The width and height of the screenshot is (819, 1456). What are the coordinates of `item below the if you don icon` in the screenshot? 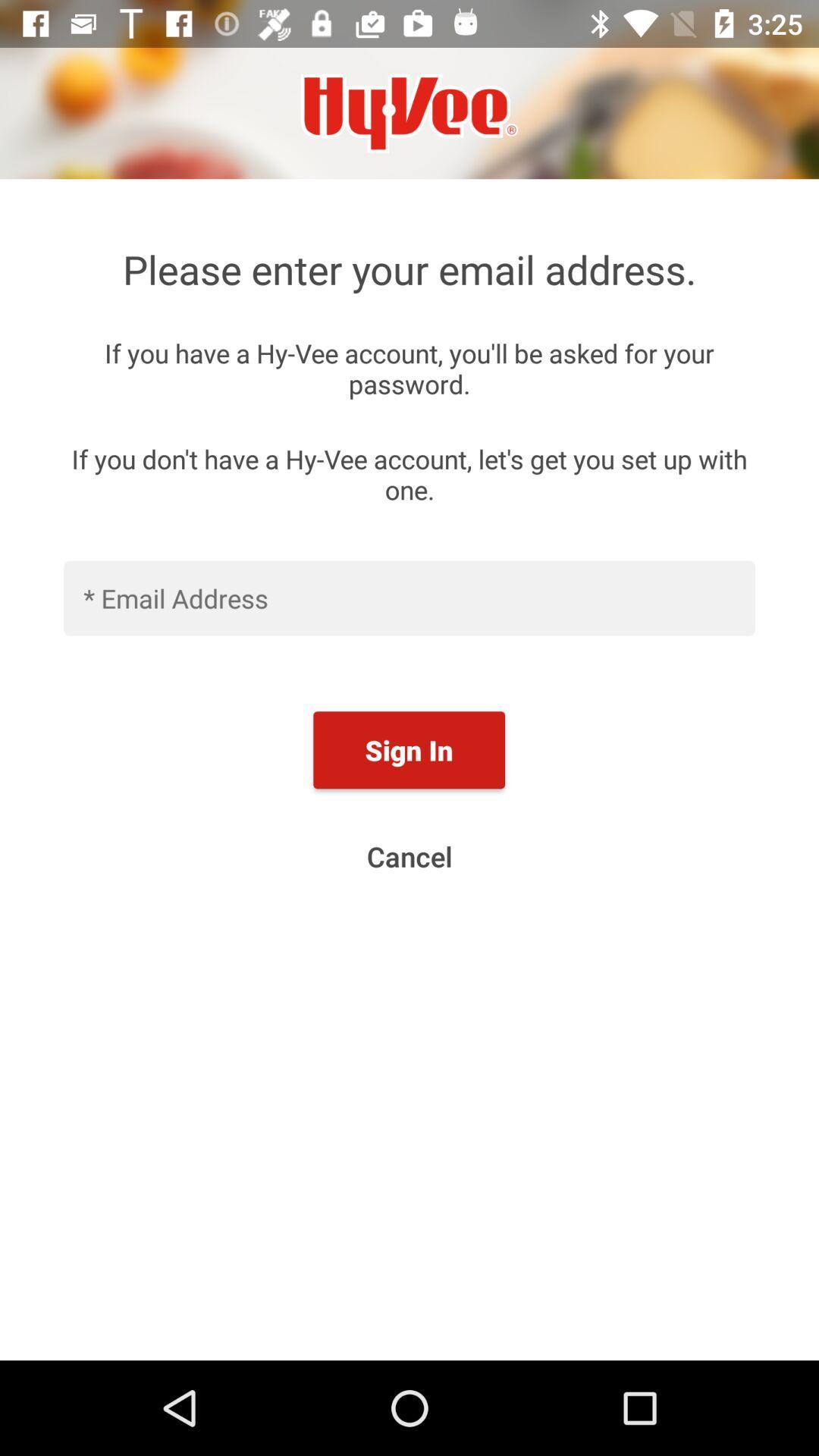 It's located at (409, 597).